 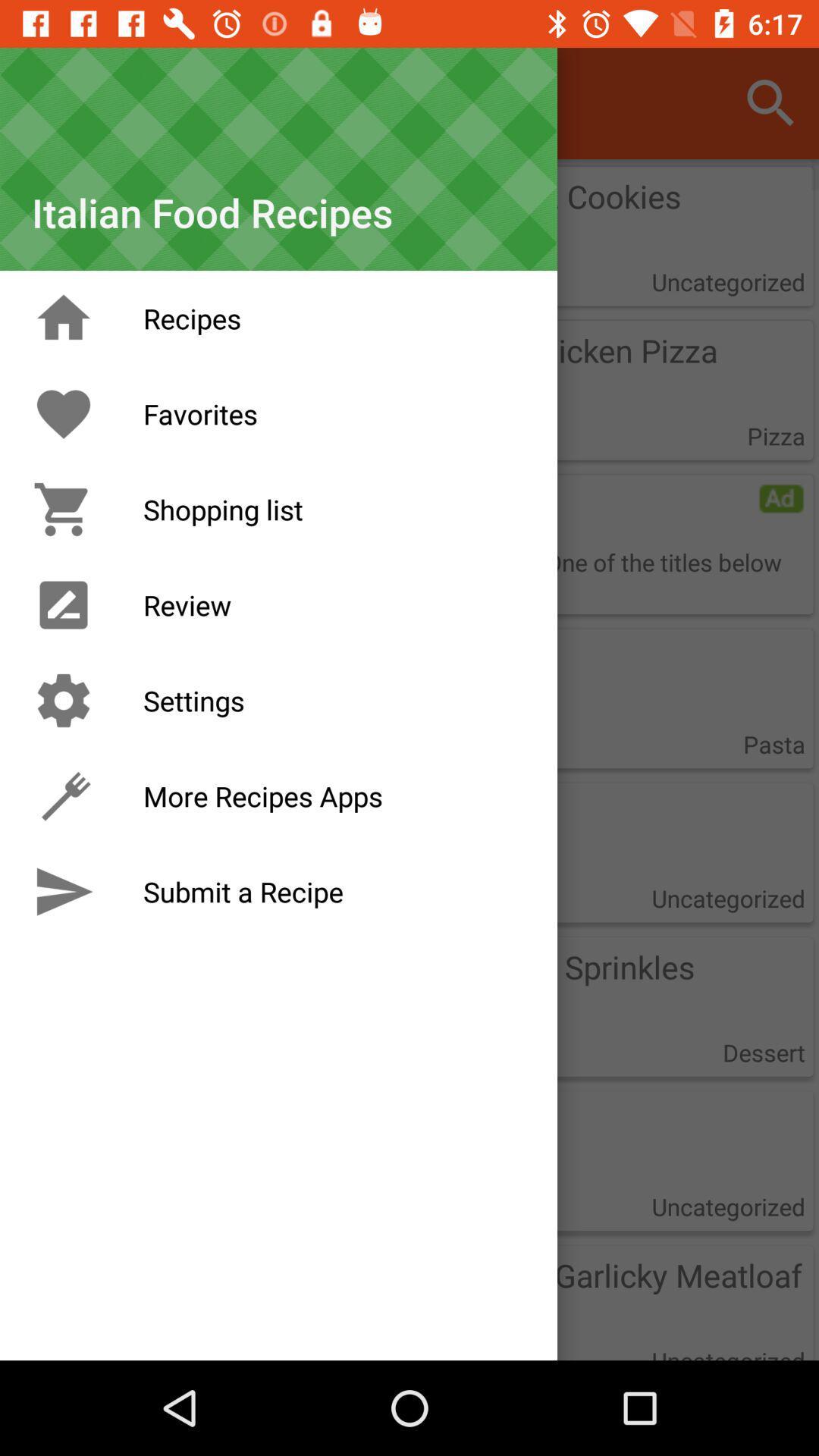 What do you see at coordinates (63, 892) in the screenshot?
I see `submit a recipe icon` at bounding box center [63, 892].